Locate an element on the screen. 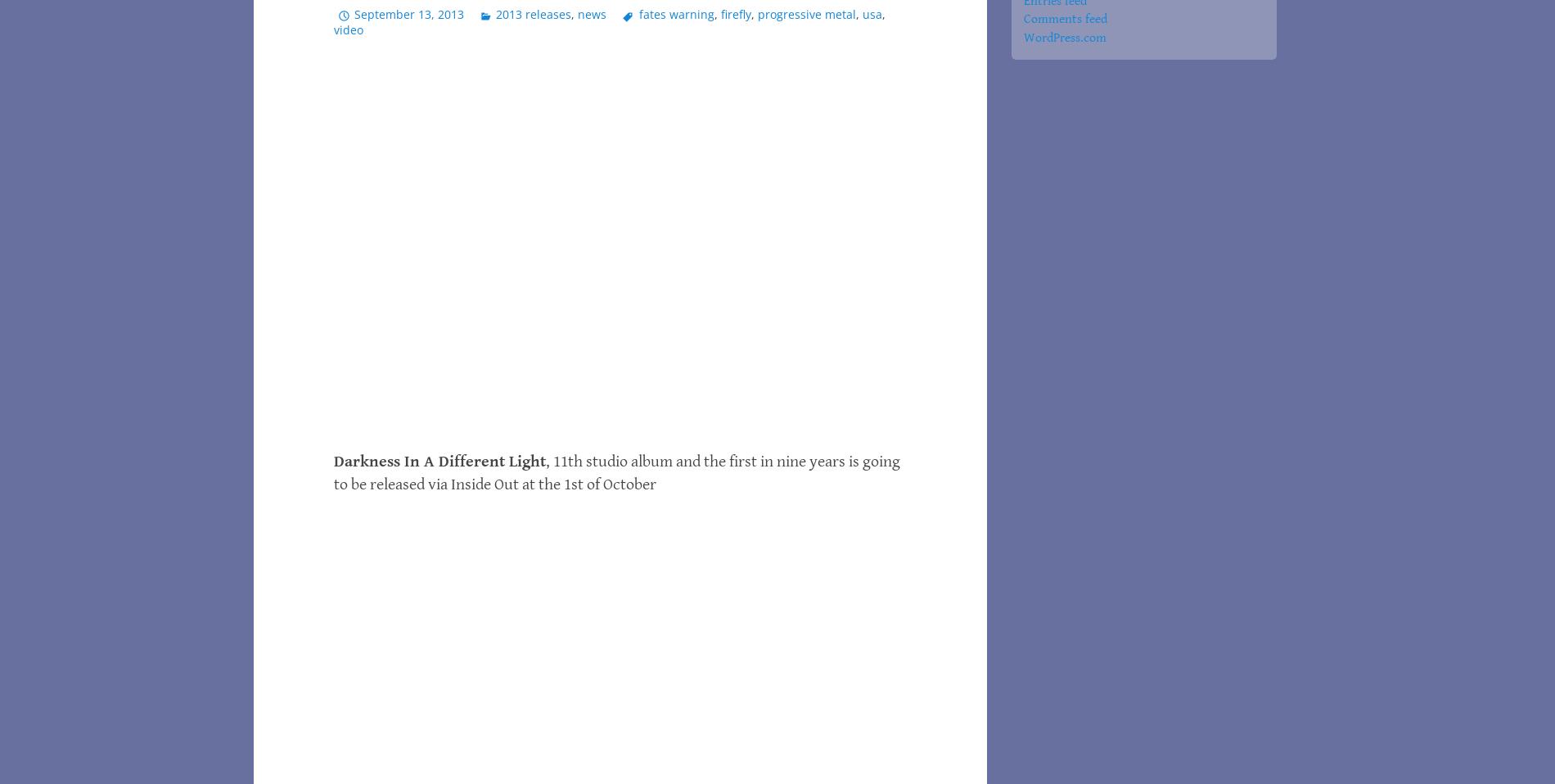 This screenshot has height=784, width=1555. '2013 releases' is located at coordinates (534, 12).